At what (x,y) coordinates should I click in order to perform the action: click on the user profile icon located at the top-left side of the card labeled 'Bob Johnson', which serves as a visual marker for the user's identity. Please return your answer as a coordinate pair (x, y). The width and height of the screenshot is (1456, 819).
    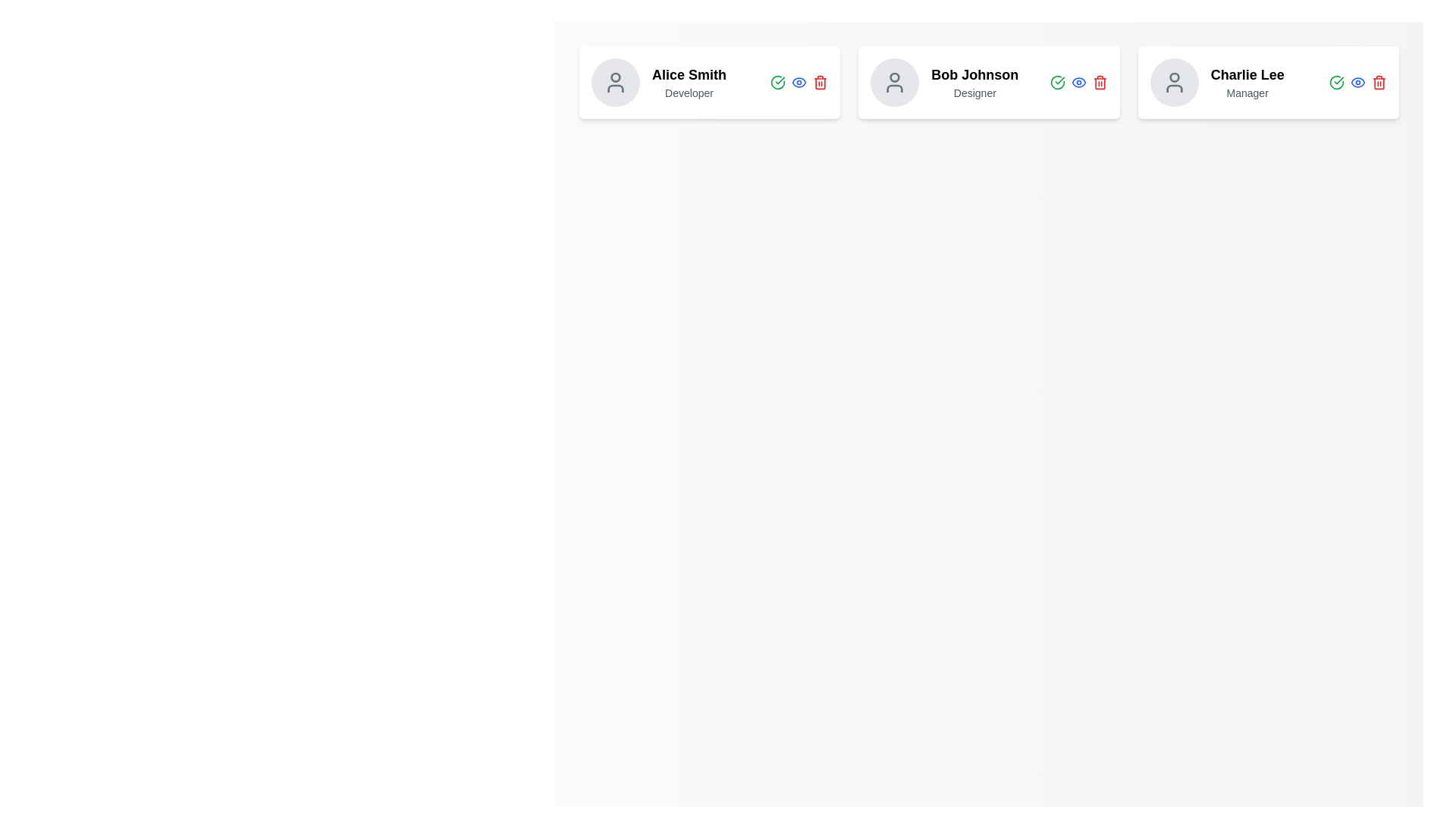
    Looking at the image, I should click on (895, 82).